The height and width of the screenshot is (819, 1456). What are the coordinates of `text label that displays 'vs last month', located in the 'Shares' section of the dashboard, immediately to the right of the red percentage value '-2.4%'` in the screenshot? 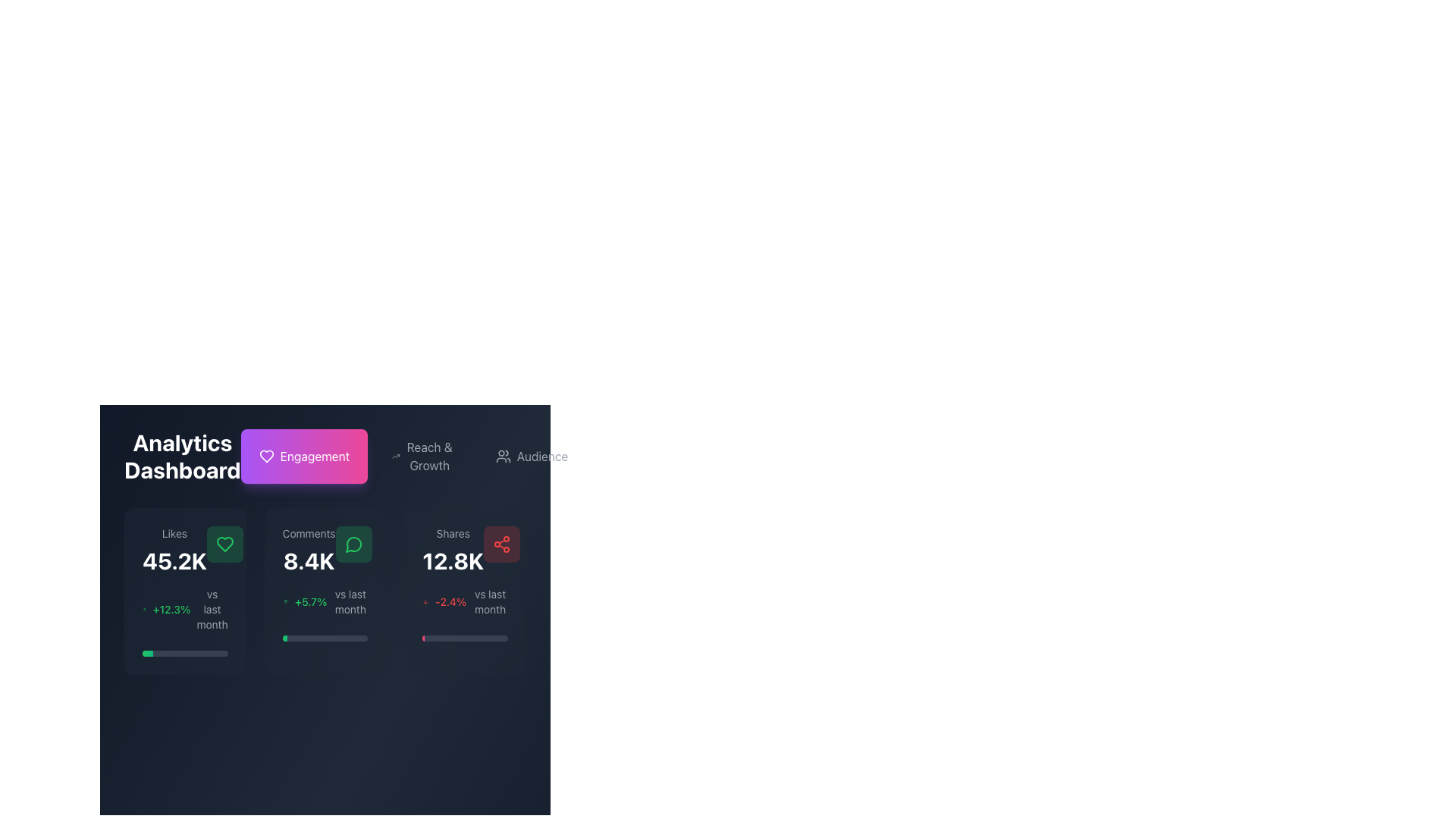 It's located at (490, 601).